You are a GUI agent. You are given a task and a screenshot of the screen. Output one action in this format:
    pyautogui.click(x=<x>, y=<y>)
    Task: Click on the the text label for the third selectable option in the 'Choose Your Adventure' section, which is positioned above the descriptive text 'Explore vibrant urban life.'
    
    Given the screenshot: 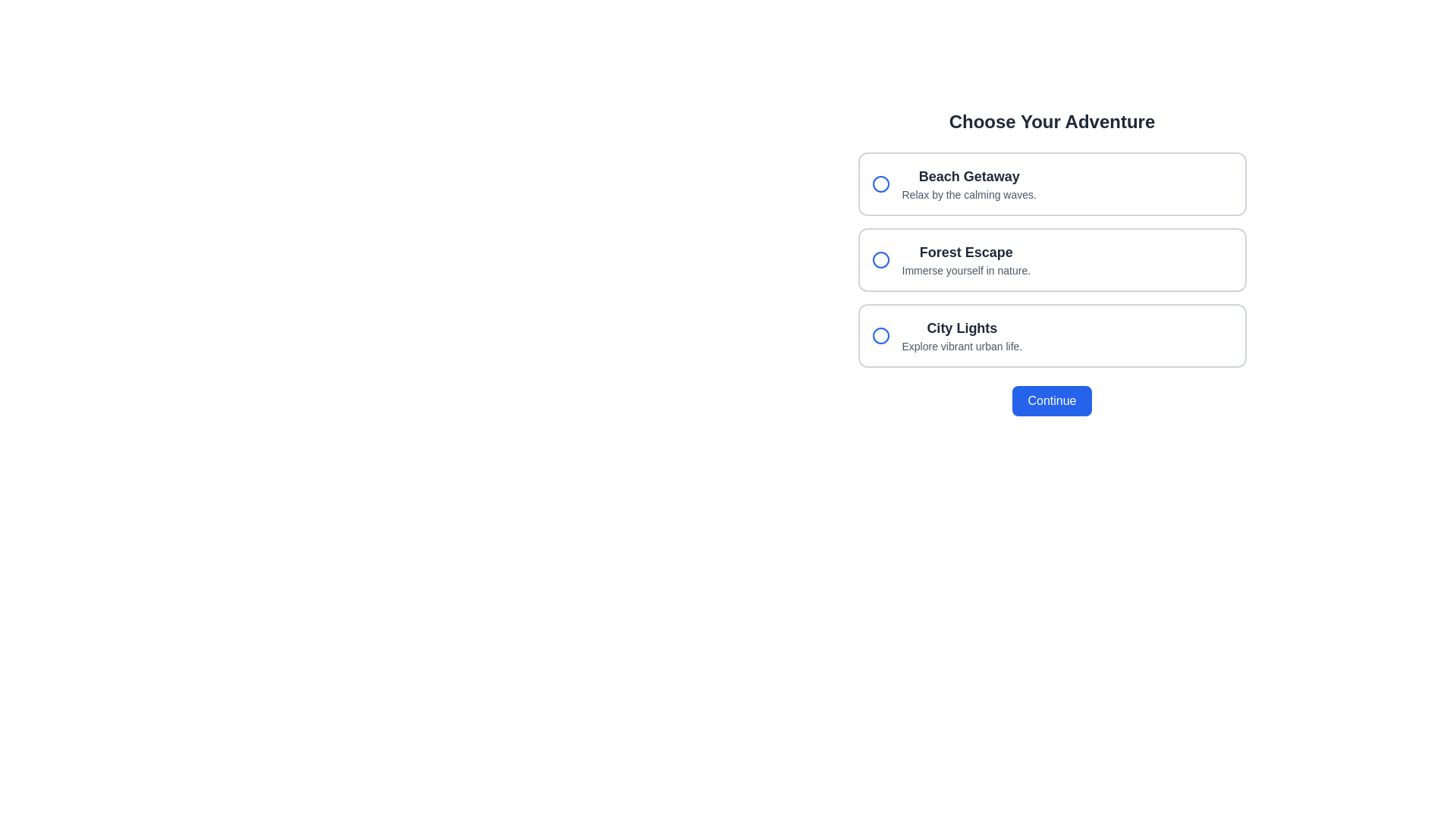 What is the action you would take?
    pyautogui.click(x=961, y=327)
    